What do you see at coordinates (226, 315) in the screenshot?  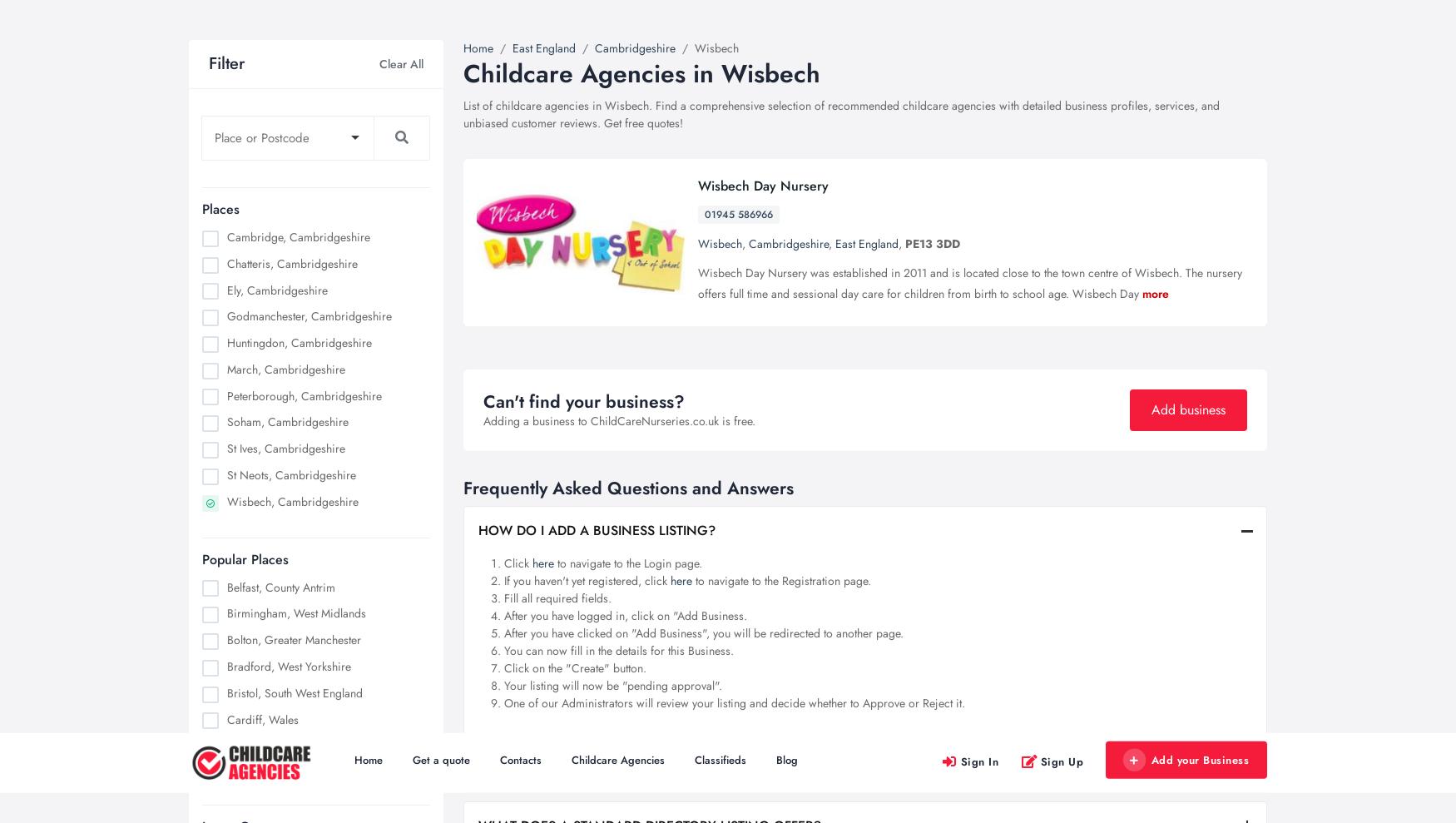 I see `'Plymouth, Devon'` at bounding box center [226, 315].